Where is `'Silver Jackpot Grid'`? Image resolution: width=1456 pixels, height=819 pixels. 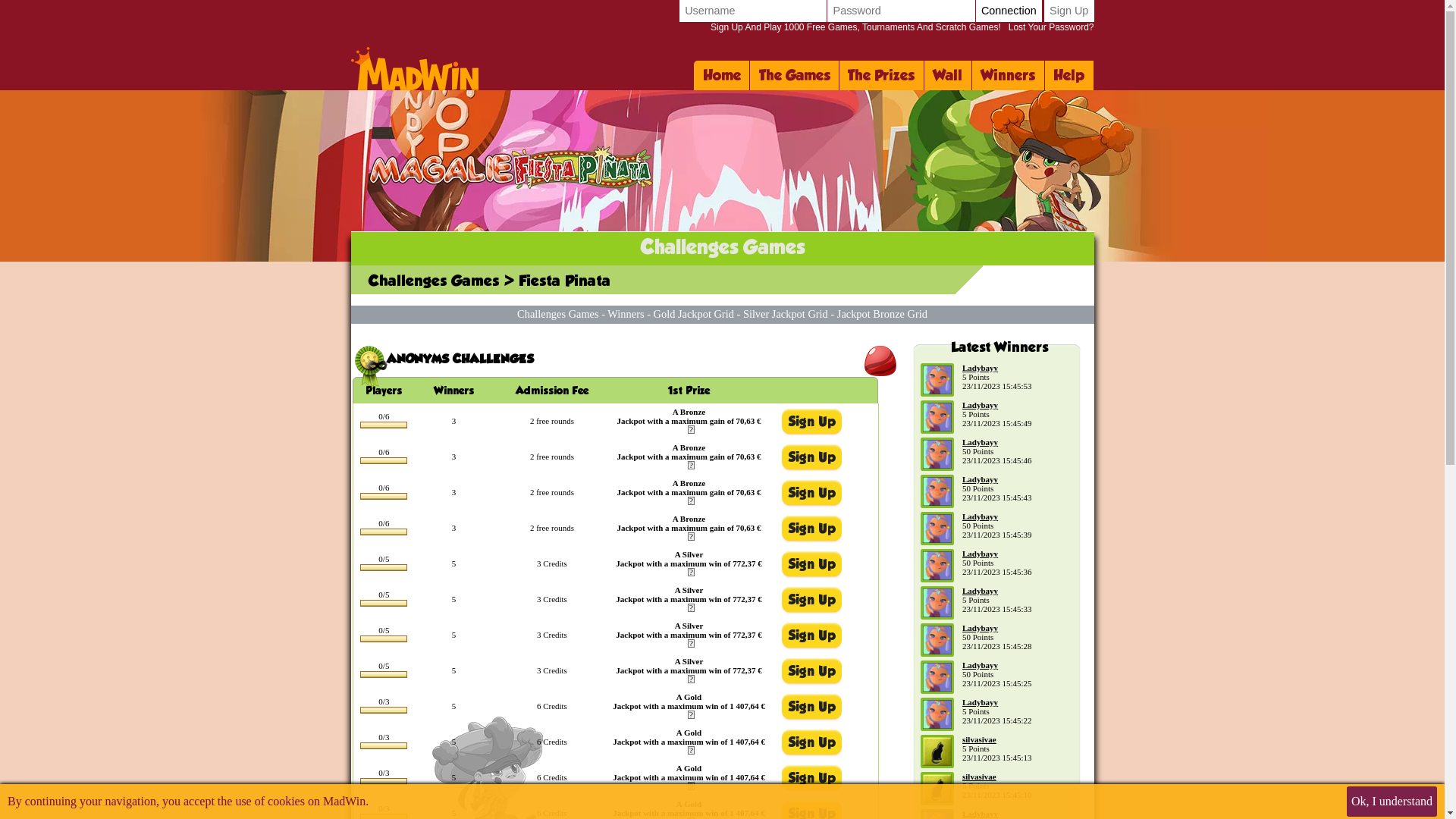 'Silver Jackpot Grid' is located at coordinates (742, 312).